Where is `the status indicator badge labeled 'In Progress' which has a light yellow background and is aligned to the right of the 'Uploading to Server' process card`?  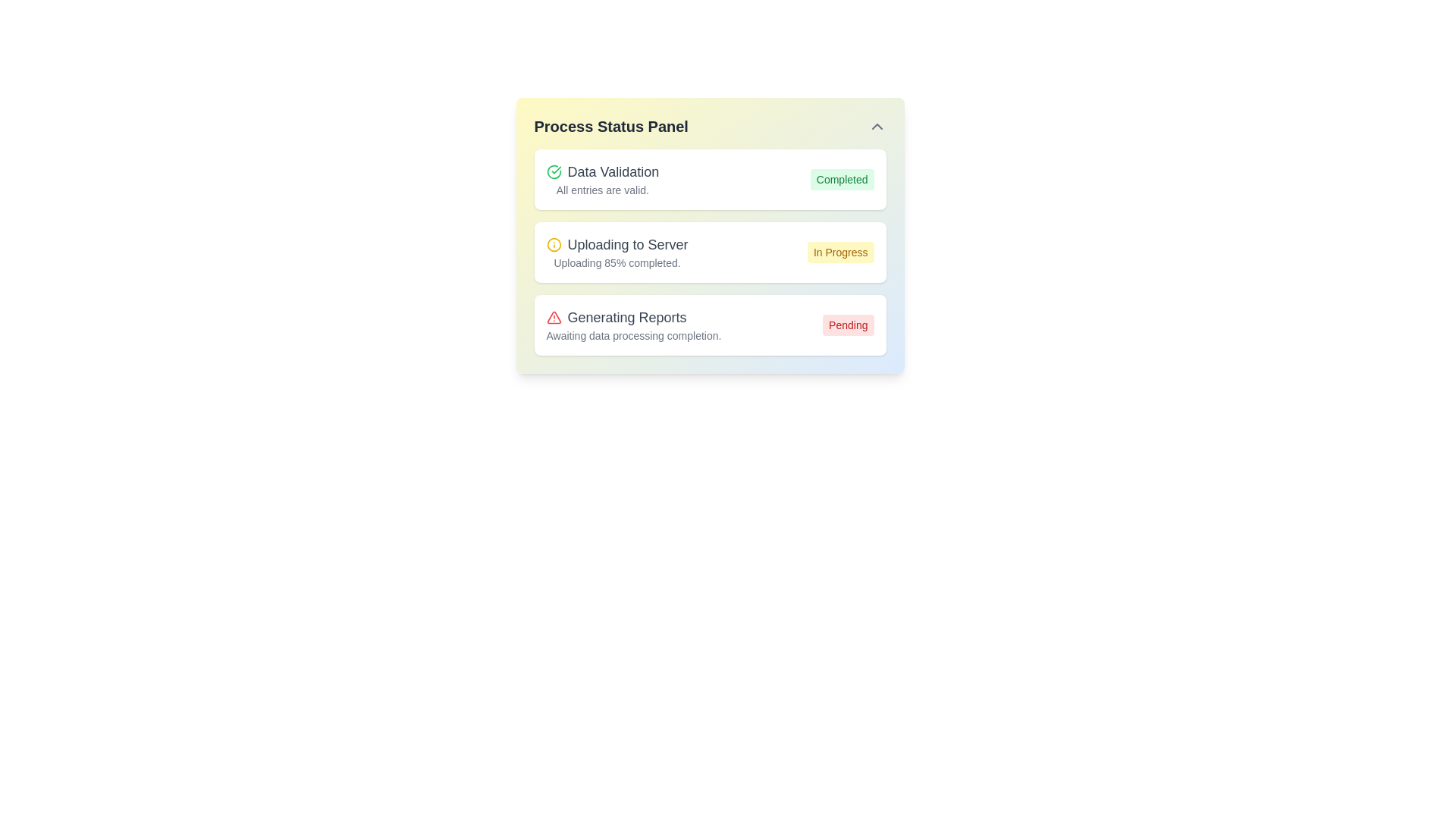
the status indicator badge labeled 'In Progress' which has a light yellow background and is aligned to the right of the 'Uploading to Server' process card is located at coordinates (839, 251).